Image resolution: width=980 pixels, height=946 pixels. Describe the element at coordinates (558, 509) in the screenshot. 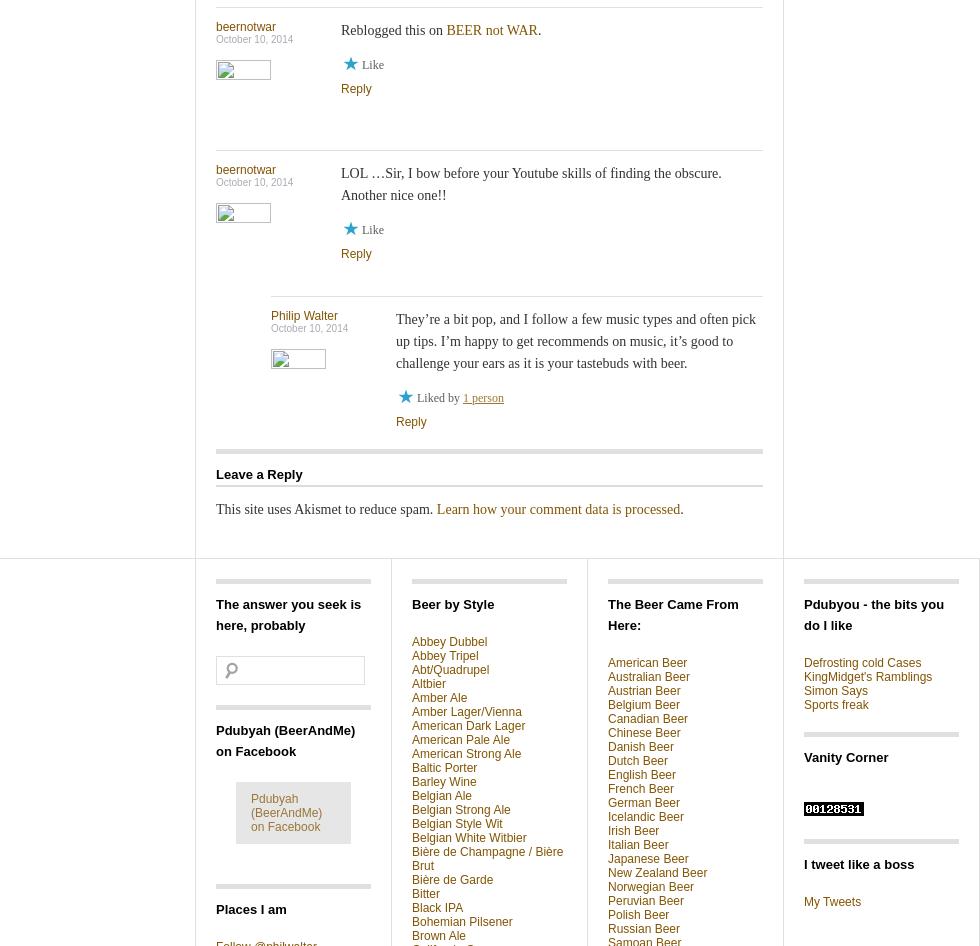

I see `'Learn how your comment data is processed'` at that location.